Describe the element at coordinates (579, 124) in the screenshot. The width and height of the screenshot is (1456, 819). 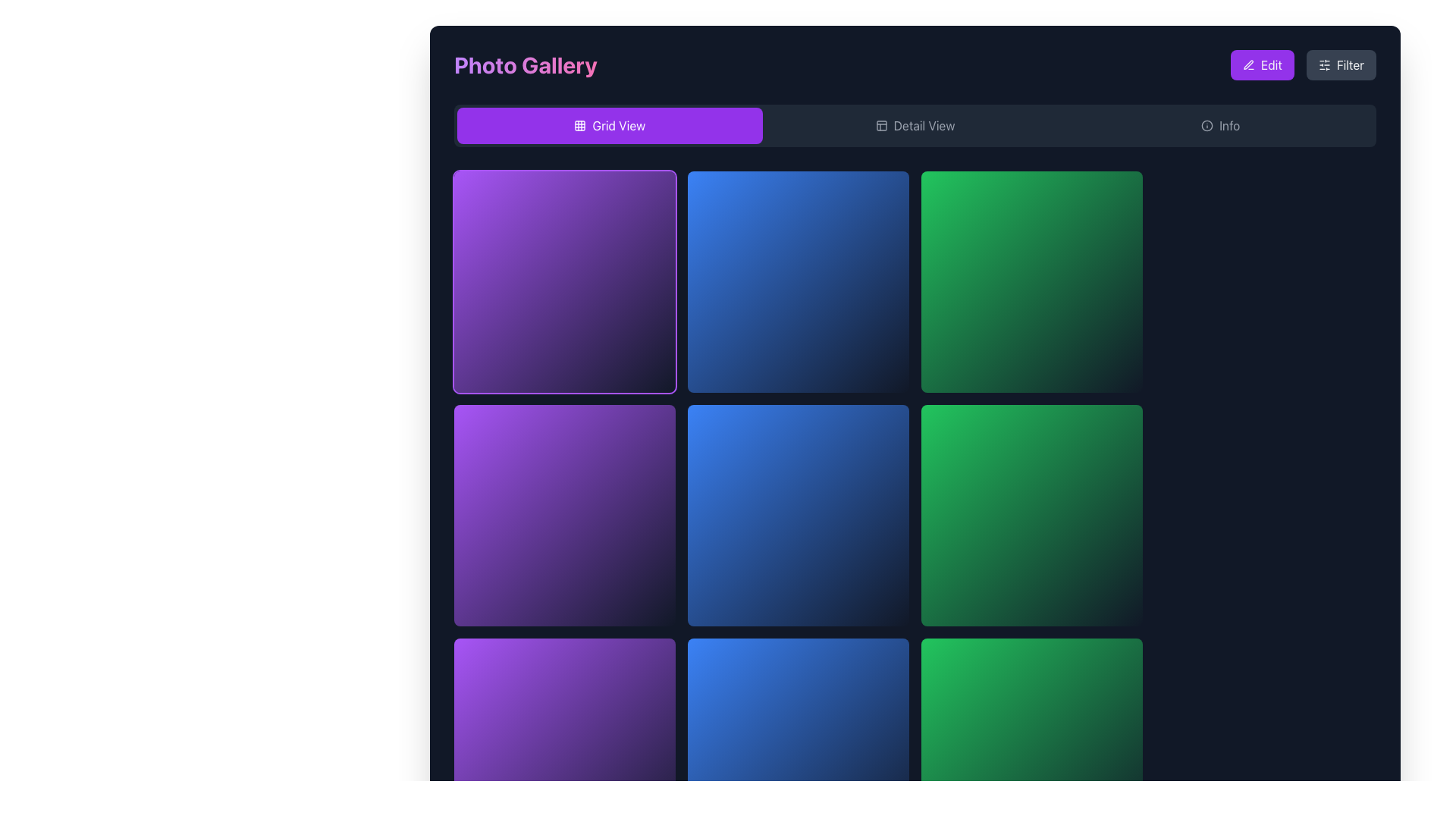
I see `the SVG graphical element located in the top-left corner of a 3x3 grid icon in the top bar of the interface, adjacent to a purple-highlighted button for grid view` at that location.